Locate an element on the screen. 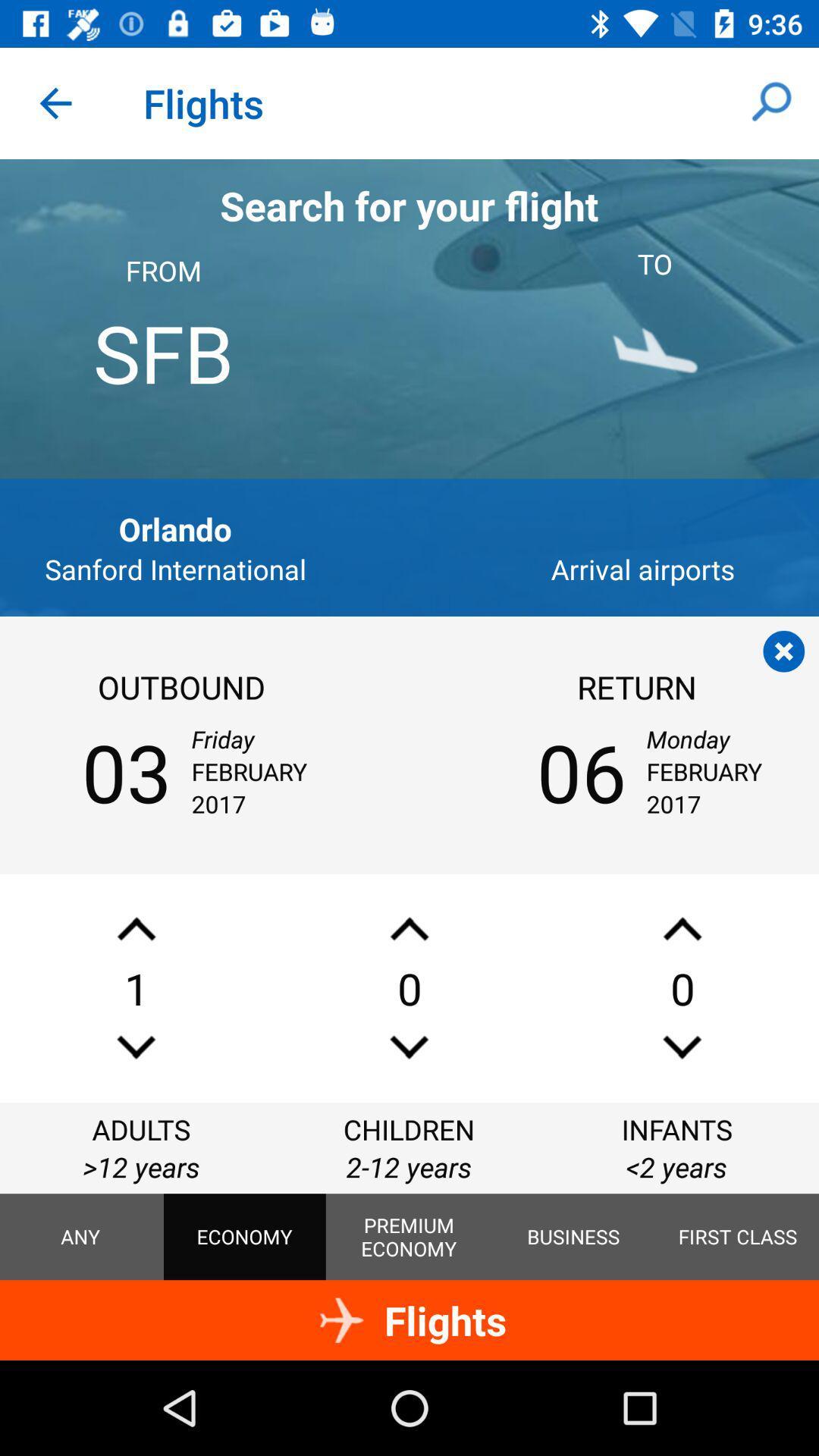 Image resolution: width=819 pixels, height=1456 pixels. increase number of adults is located at coordinates (136, 928).